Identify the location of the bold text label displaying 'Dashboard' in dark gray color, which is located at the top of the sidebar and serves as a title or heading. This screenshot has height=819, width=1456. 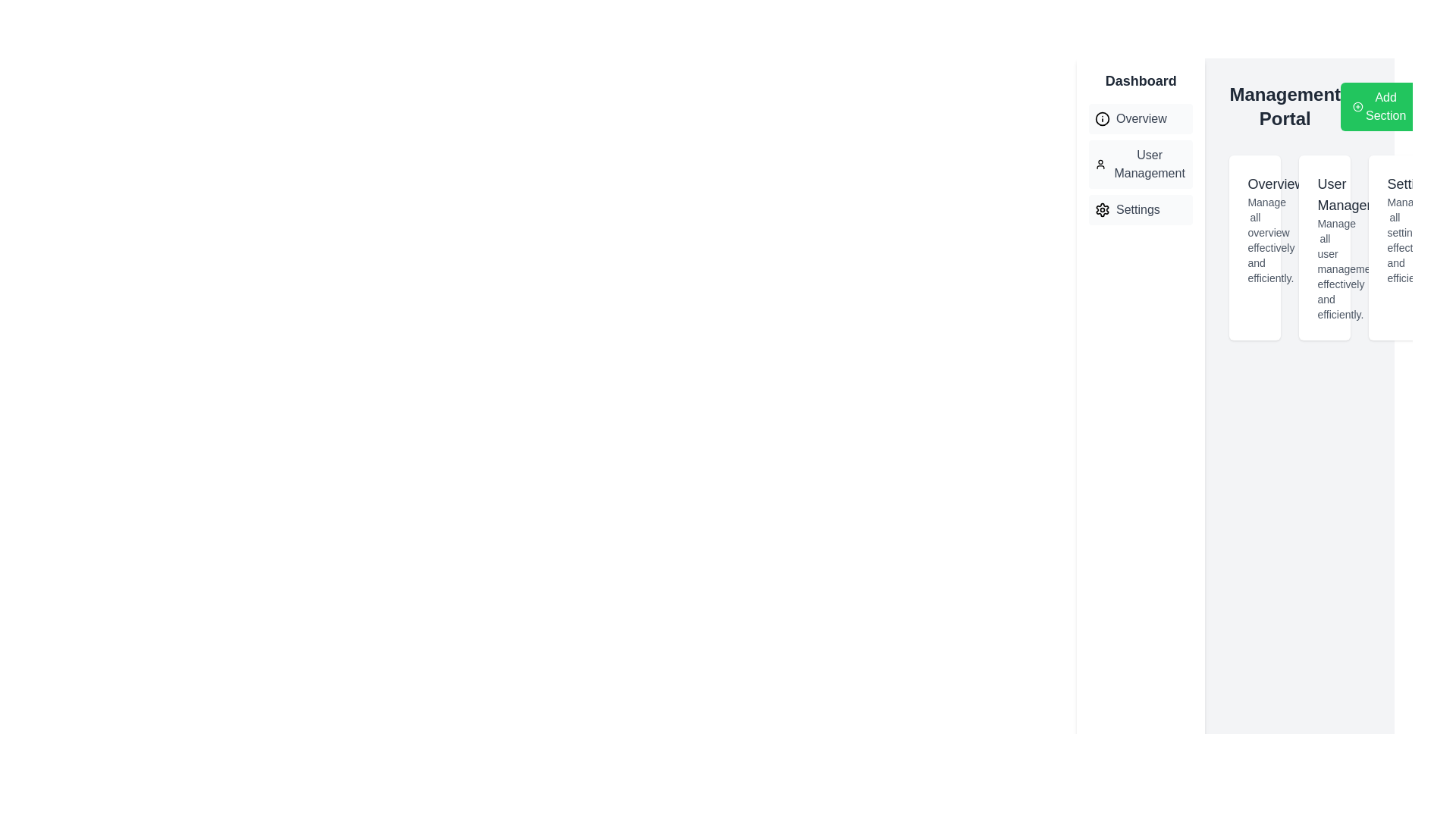
(1141, 81).